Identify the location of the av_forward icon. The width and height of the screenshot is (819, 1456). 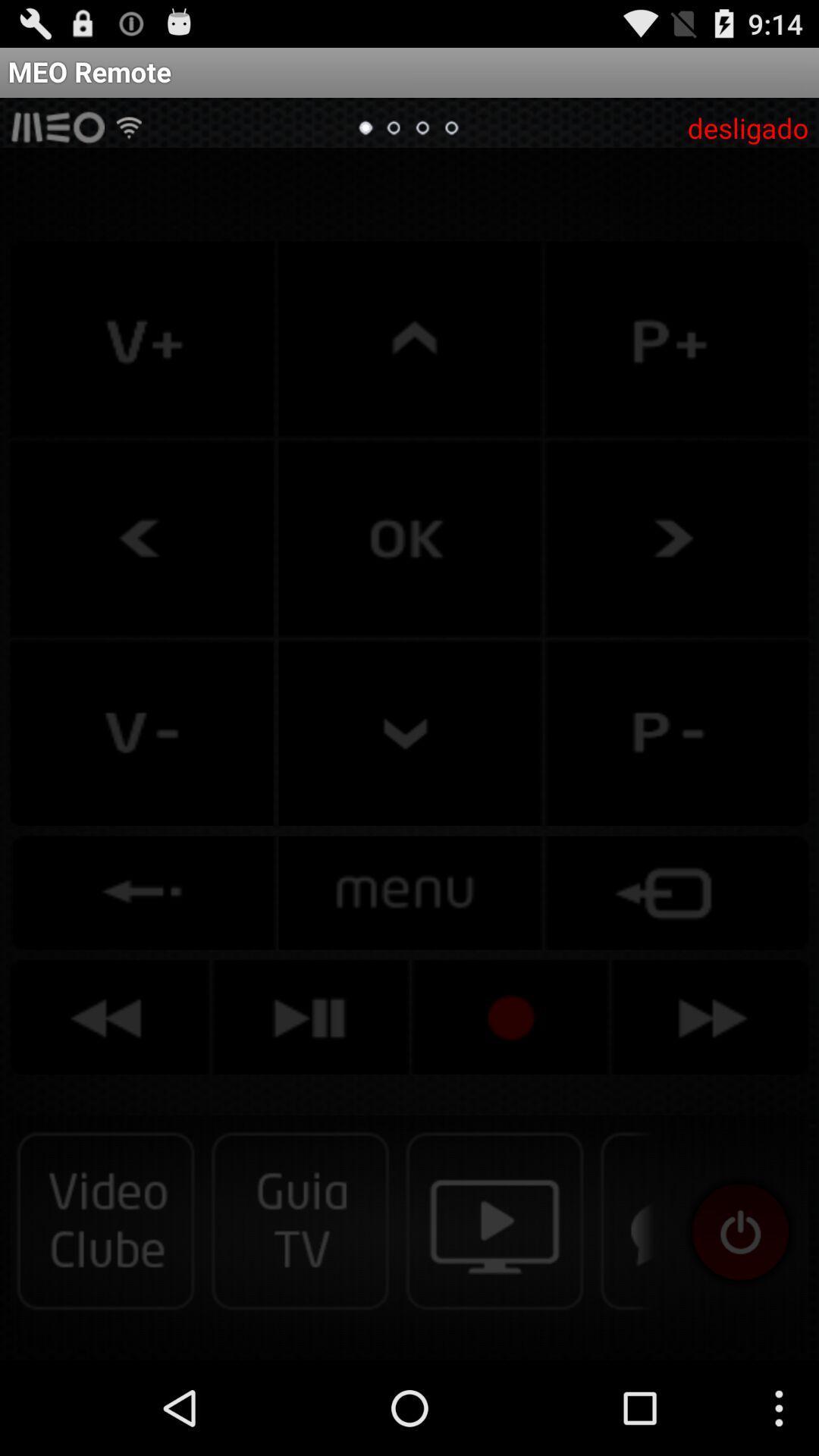
(708, 1087).